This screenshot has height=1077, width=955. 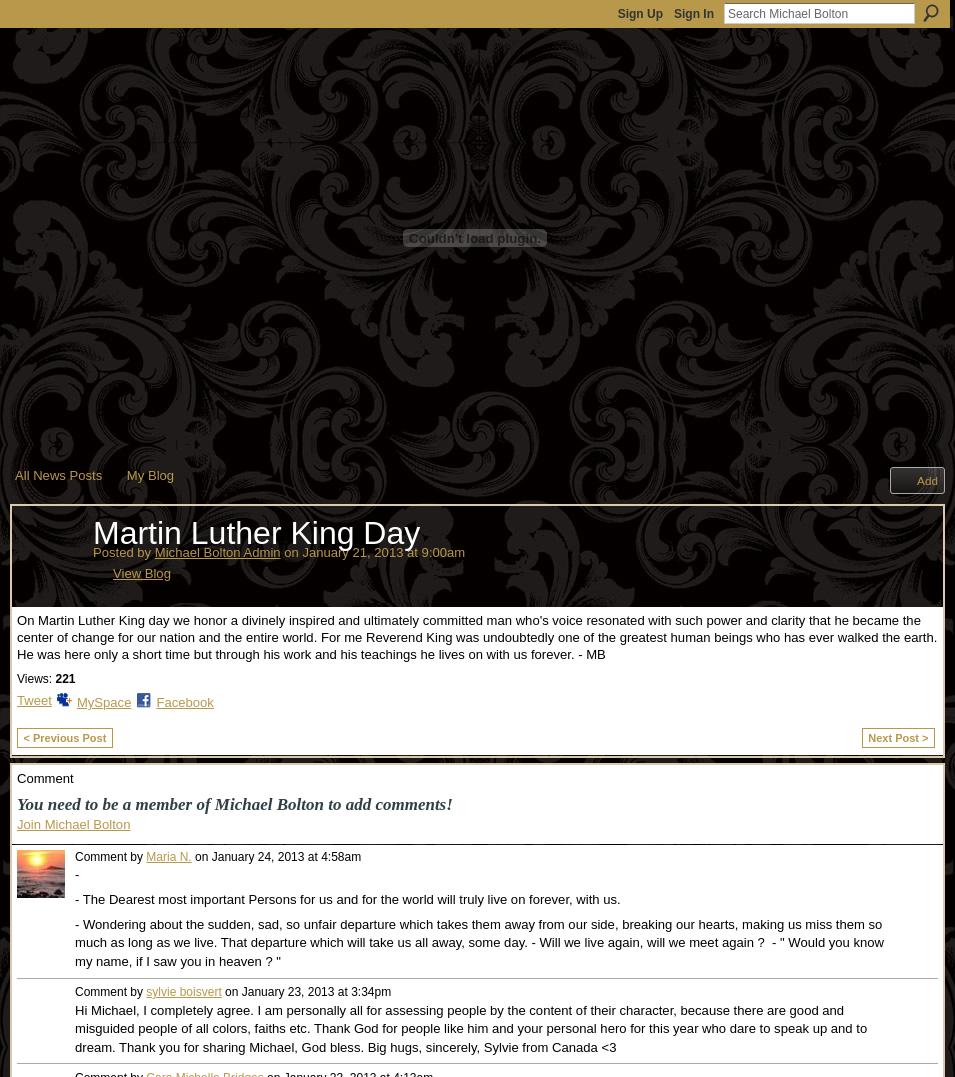 What do you see at coordinates (155, 701) in the screenshot?
I see `'Facebook'` at bounding box center [155, 701].